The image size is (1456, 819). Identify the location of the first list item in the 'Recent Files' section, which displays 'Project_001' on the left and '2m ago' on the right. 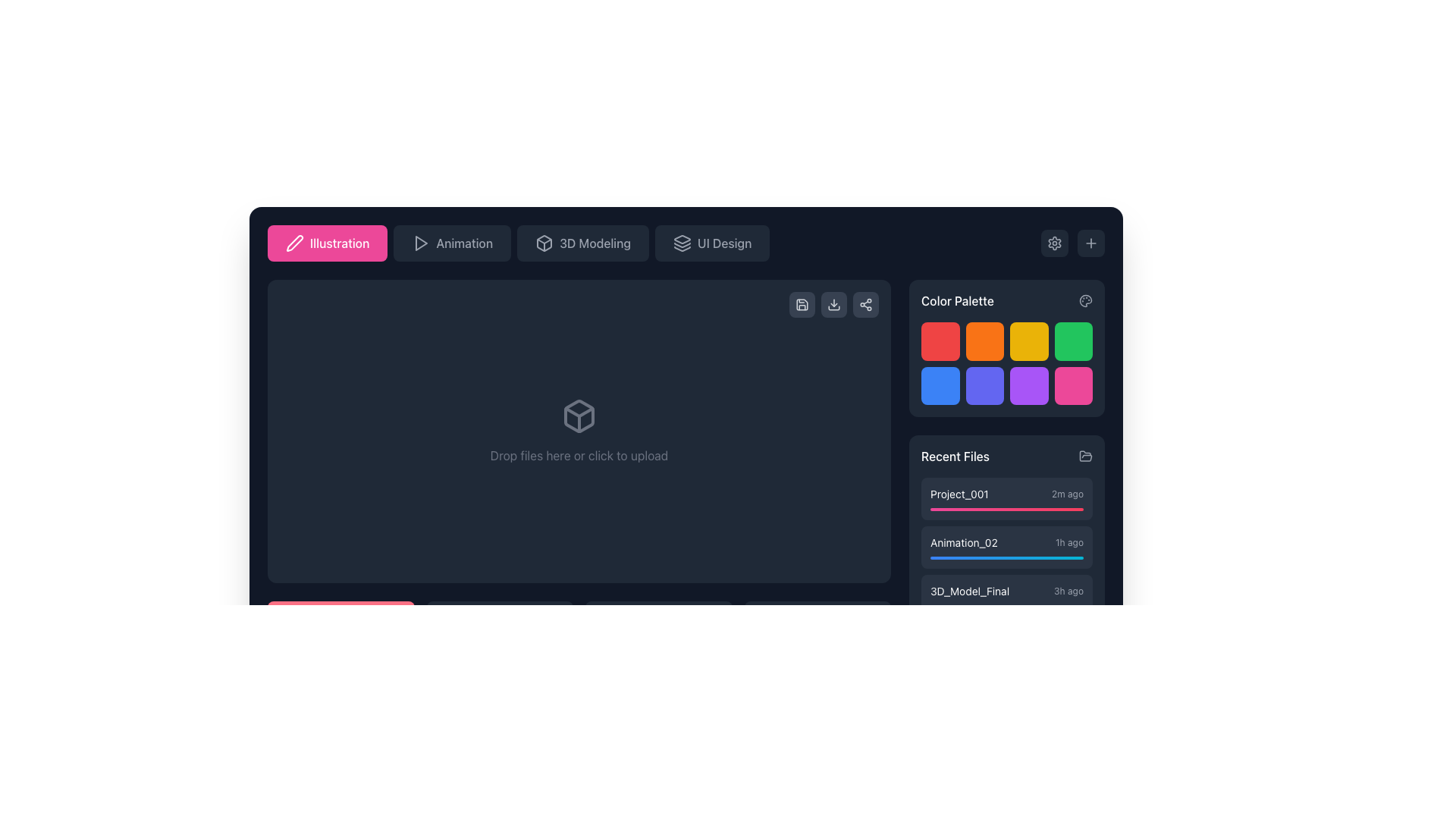
(1007, 494).